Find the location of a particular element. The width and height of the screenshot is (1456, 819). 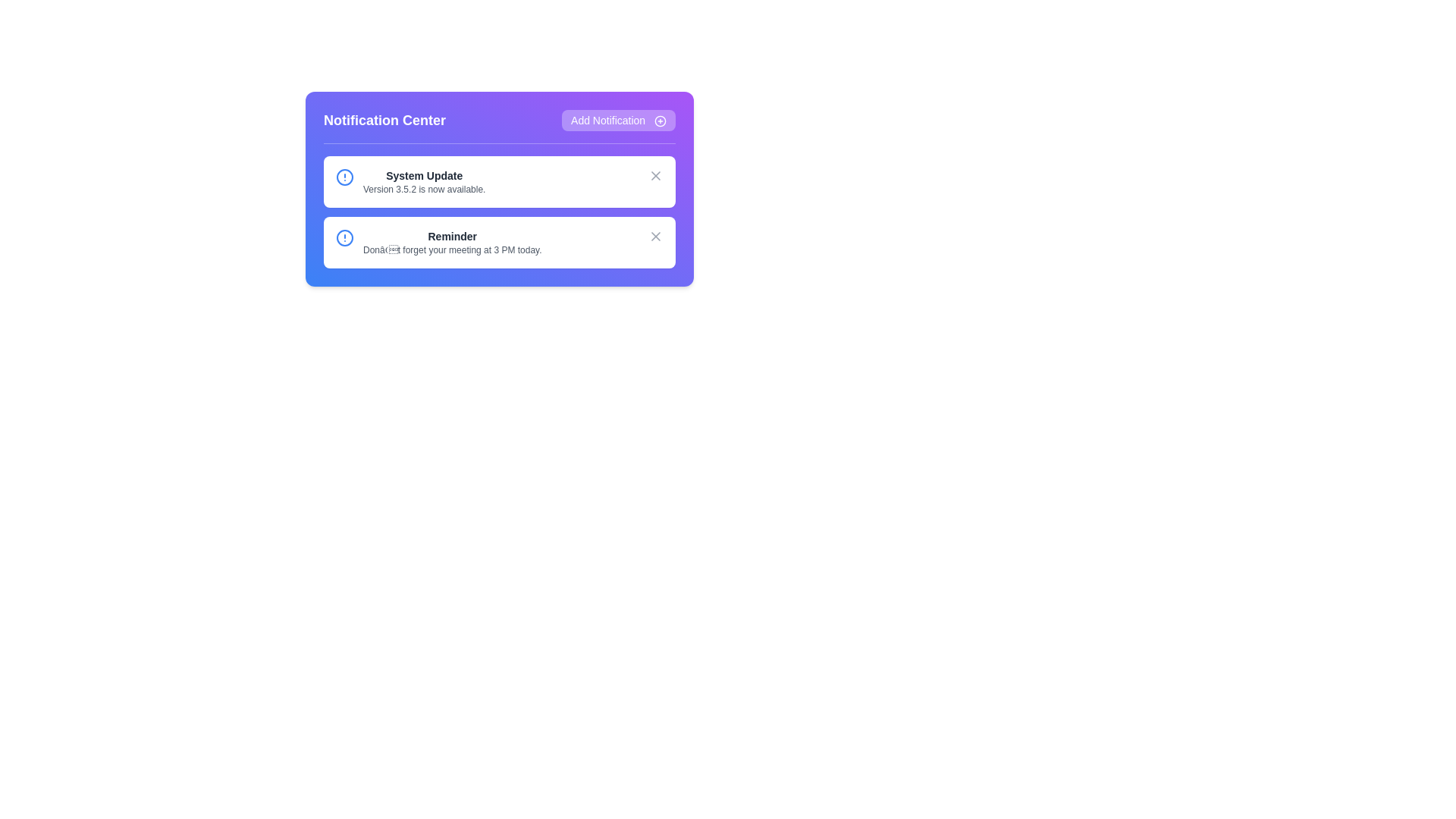

the action-indicator icon located to the right of the 'Add Notification' text in the top-right corner of the notification center section to initiate the action of adding a new notification is located at coordinates (660, 120).